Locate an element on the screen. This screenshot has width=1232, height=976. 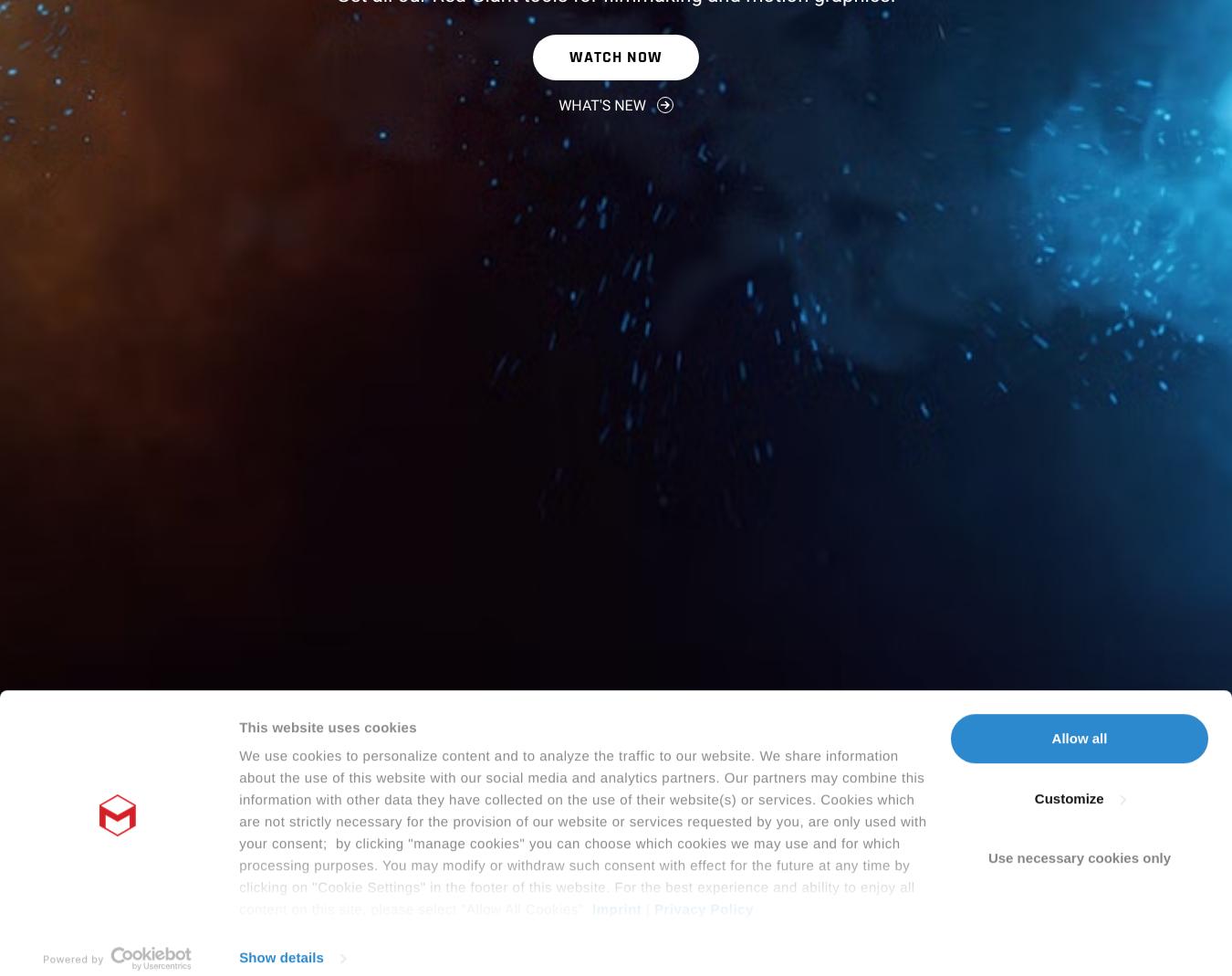
'Watch Now' is located at coordinates (615, 55).